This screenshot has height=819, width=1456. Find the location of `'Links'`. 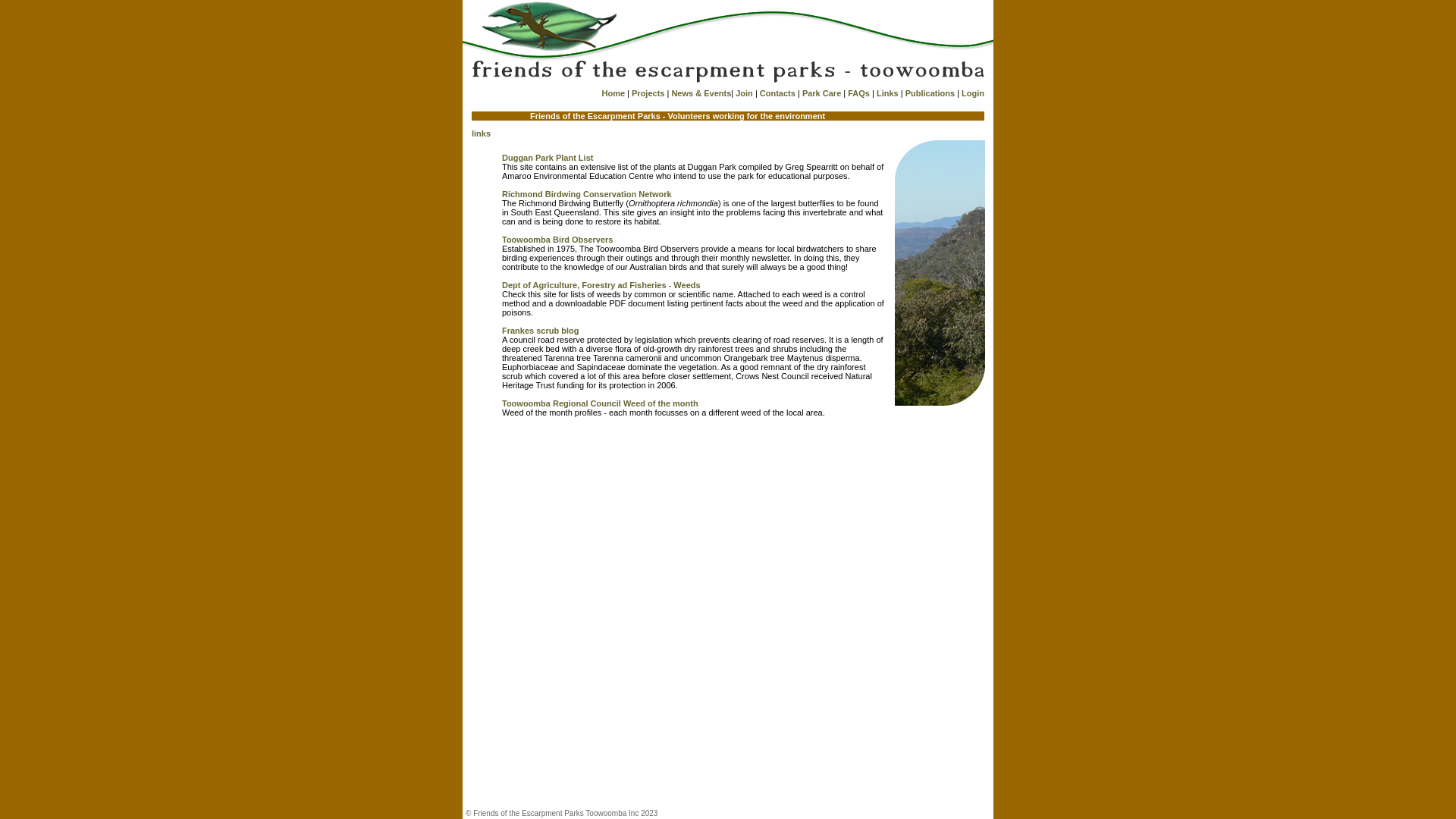

'Links' is located at coordinates (887, 93).